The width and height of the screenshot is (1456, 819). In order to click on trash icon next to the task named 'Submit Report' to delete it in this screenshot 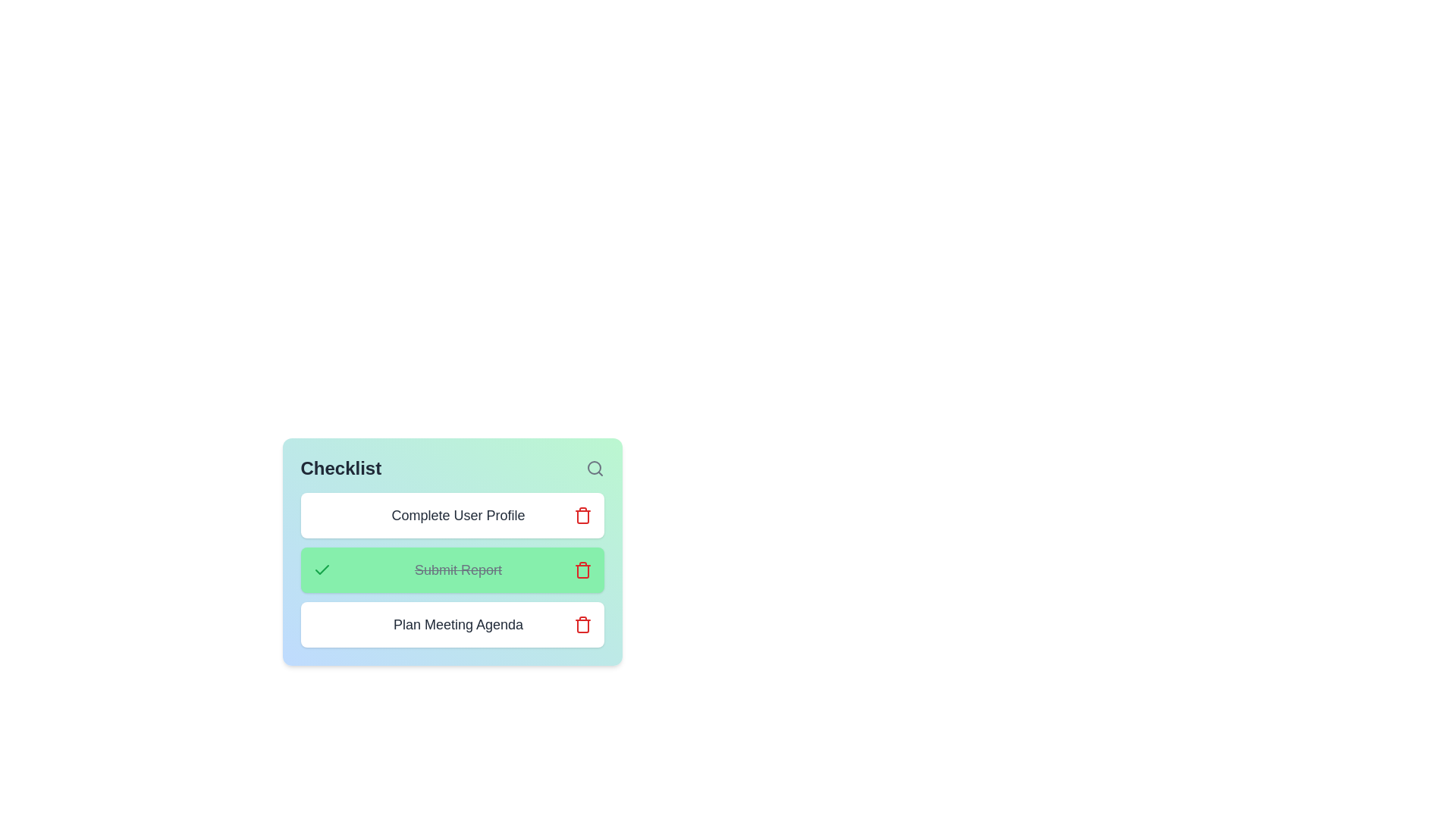, I will do `click(582, 570)`.